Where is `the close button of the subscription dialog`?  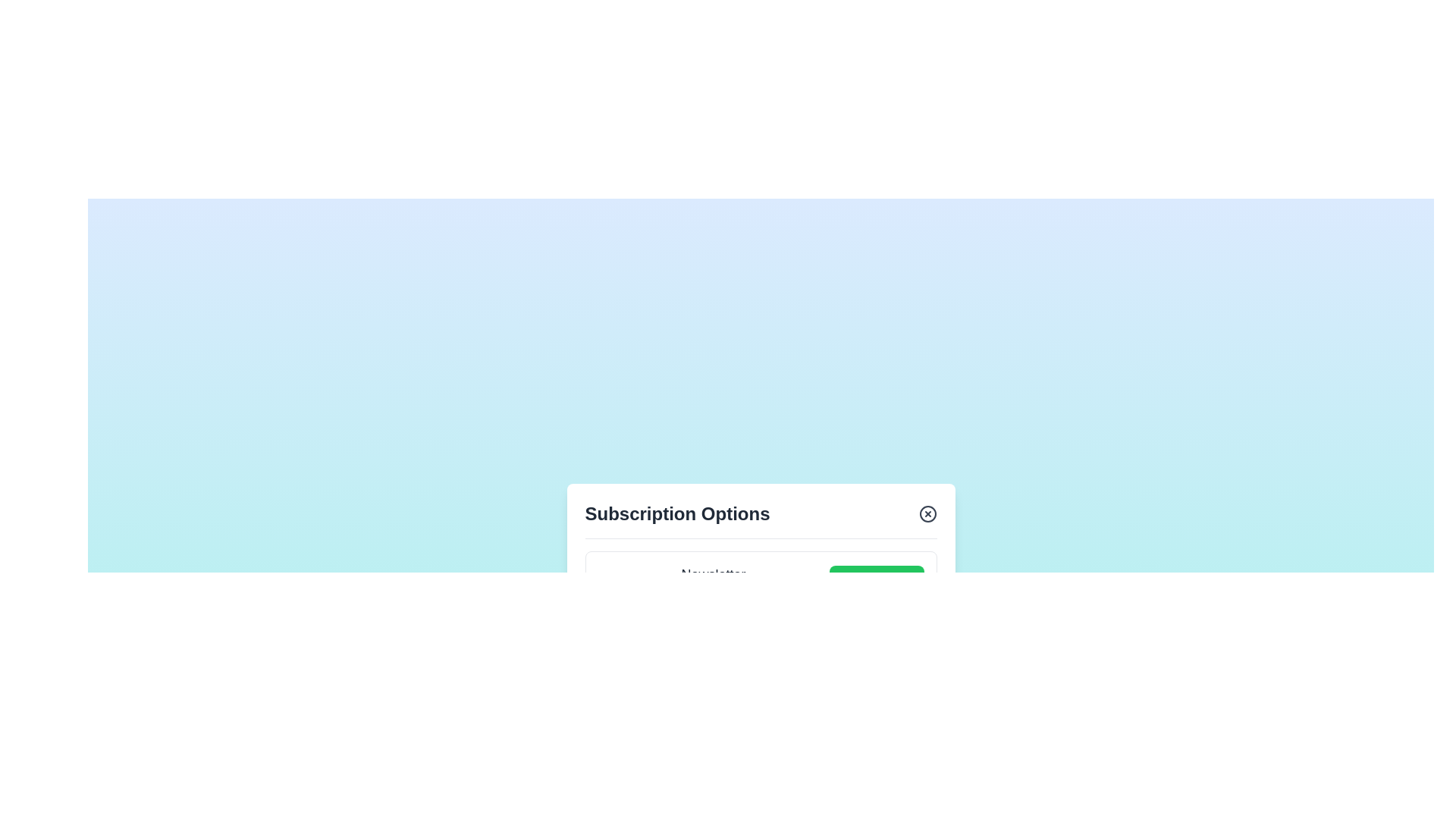
the close button of the subscription dialog is located at coordinates (927, 513).